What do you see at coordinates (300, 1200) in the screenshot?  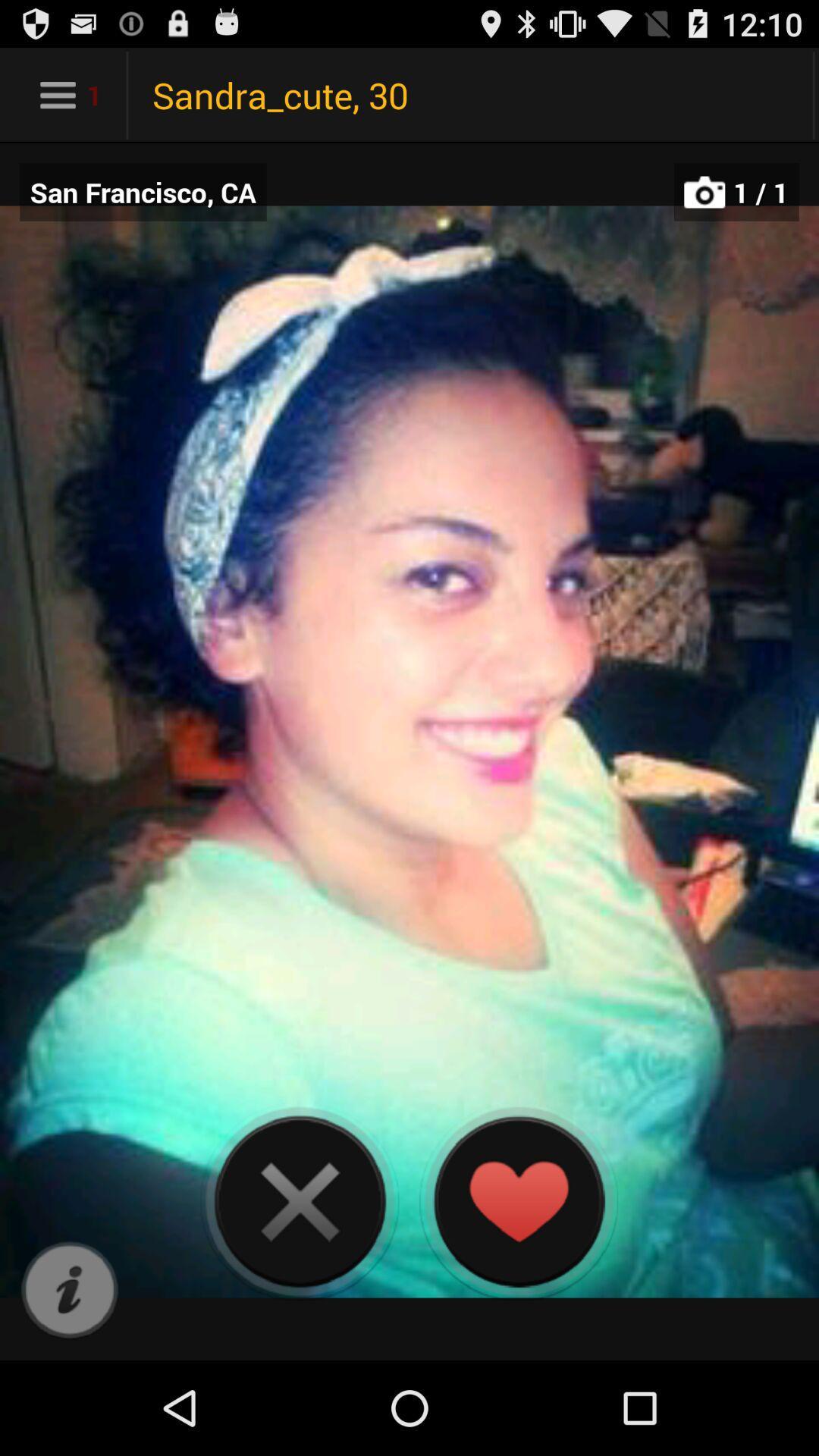 I see `cancel` at bounding box center [300, 1200].